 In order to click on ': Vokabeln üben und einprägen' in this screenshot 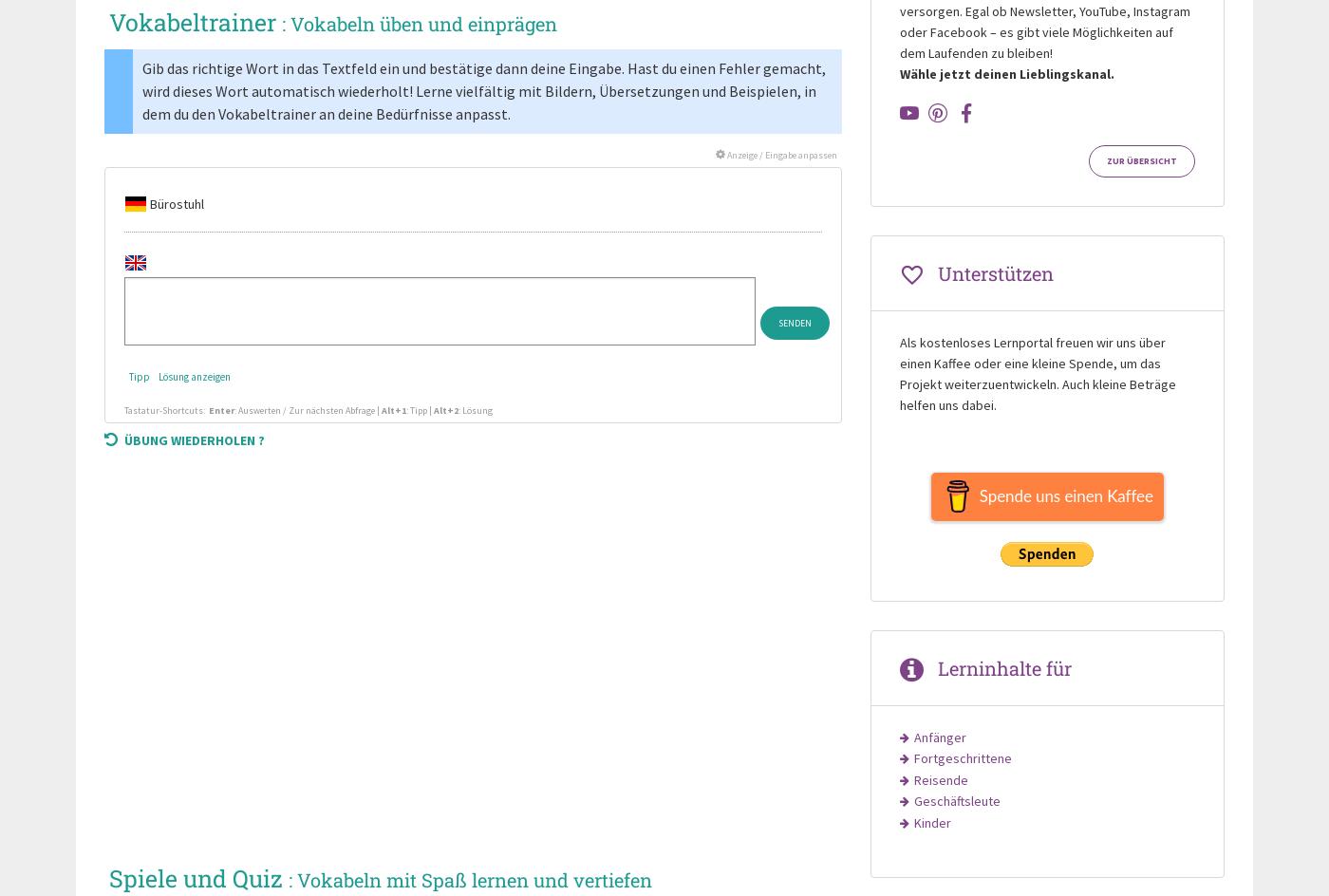, I will do `click(419, 24)`.